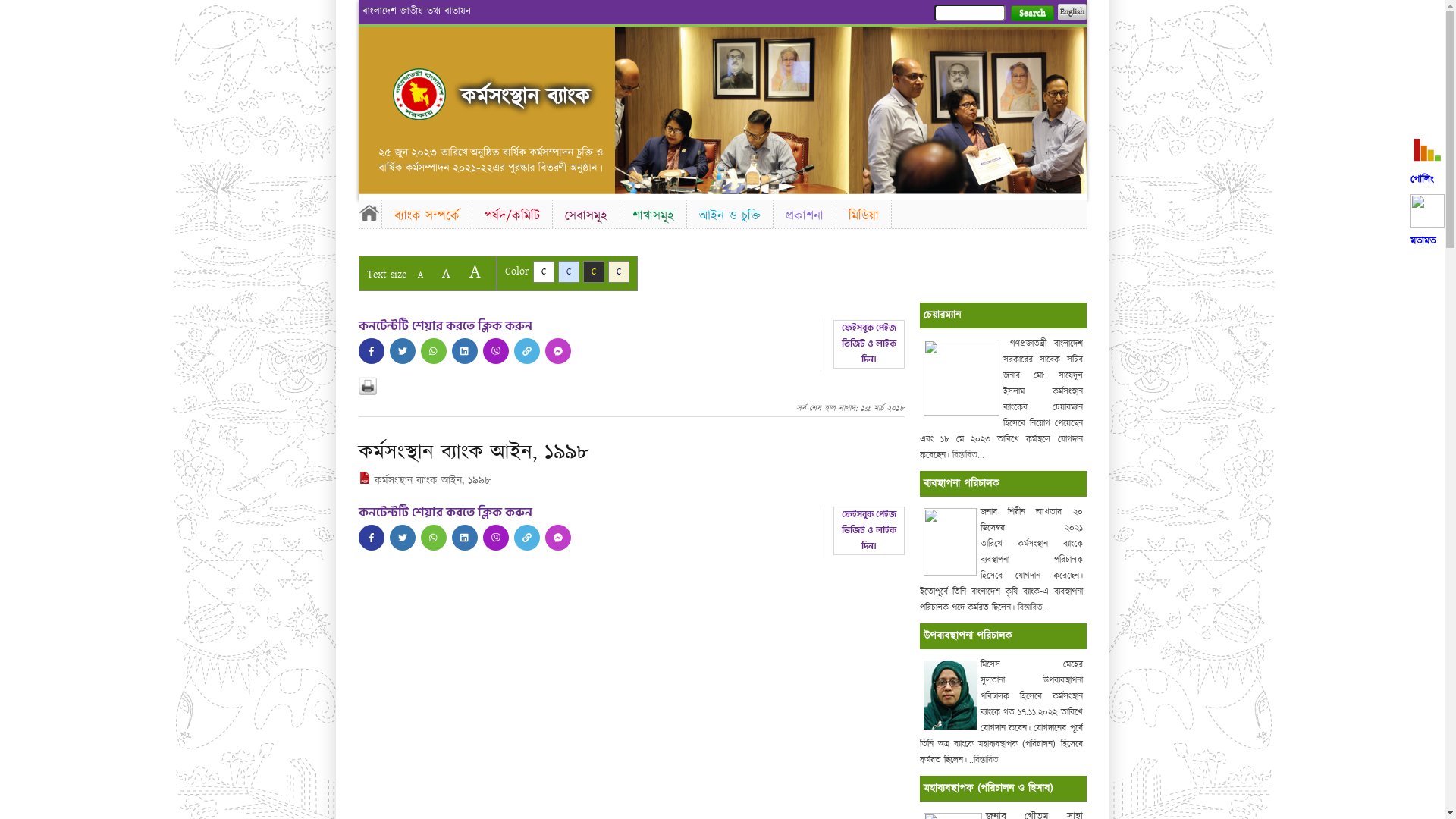 This screenshot has height=819, width=1456. What do you see at coordinates (1009, 13) in the screenshot?
I see `'Search'` at bounding box center [1009, 13].